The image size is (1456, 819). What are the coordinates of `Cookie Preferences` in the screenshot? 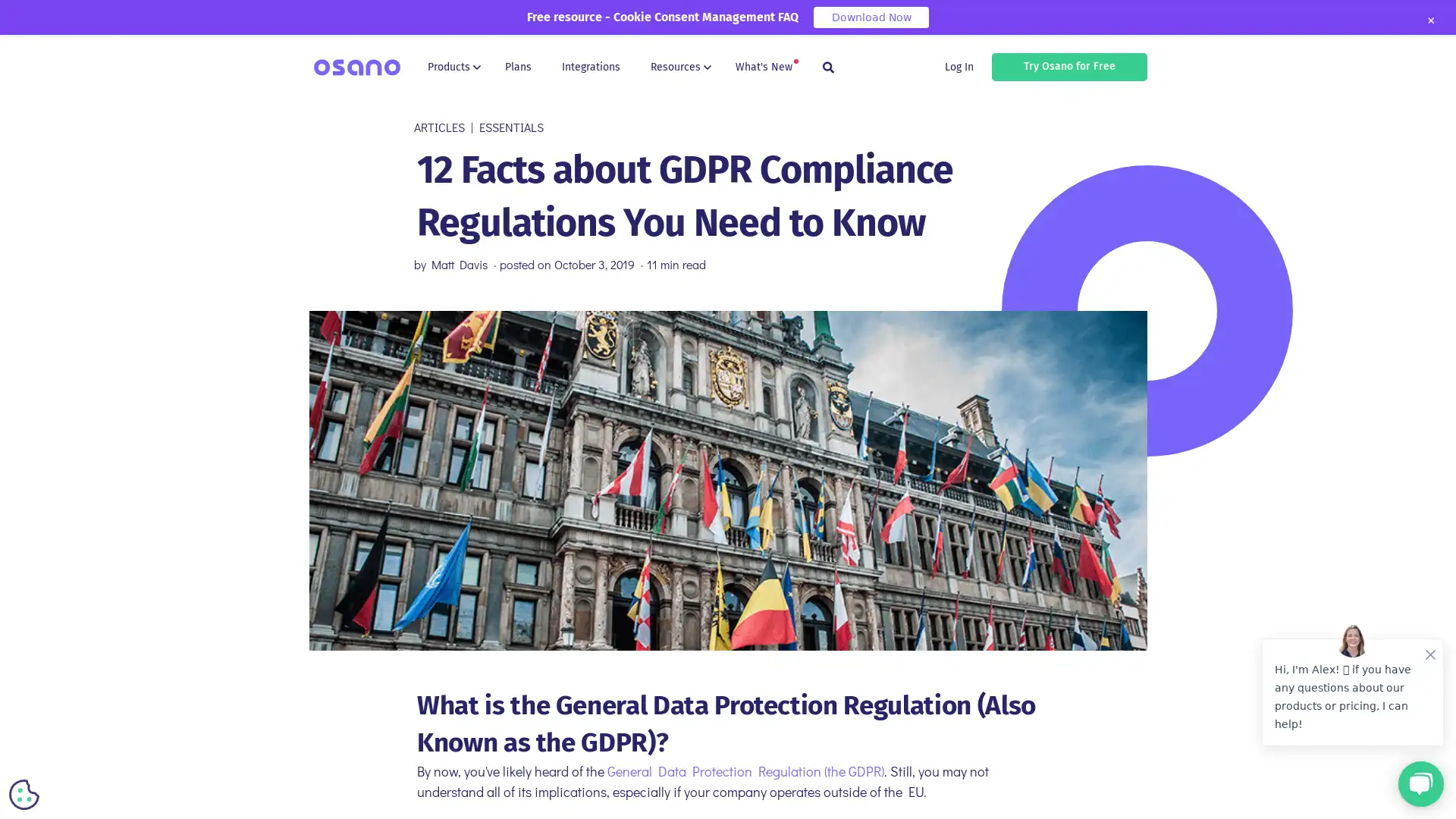 It's located at (24, 794).